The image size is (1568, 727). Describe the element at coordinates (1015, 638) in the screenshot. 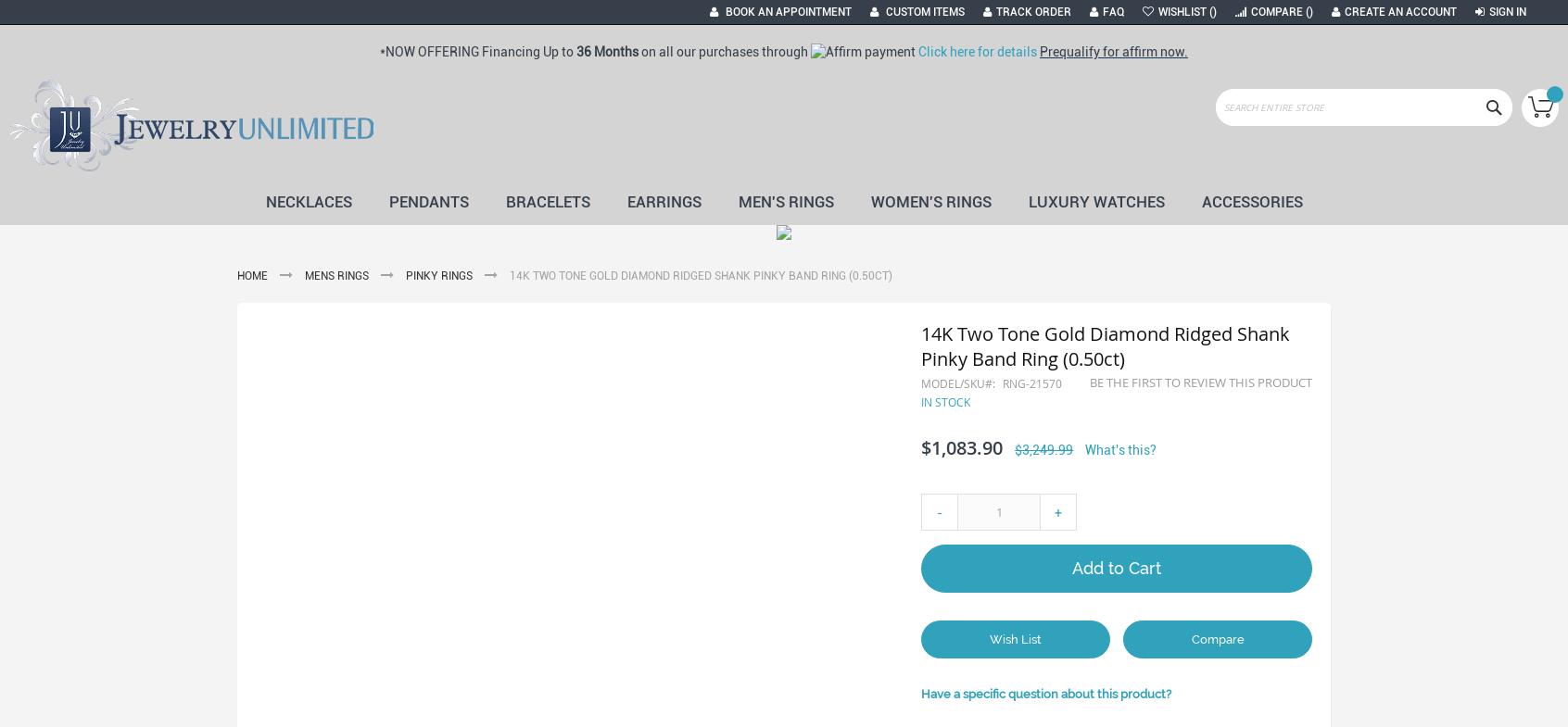

I see `'Wish List'` at that location.